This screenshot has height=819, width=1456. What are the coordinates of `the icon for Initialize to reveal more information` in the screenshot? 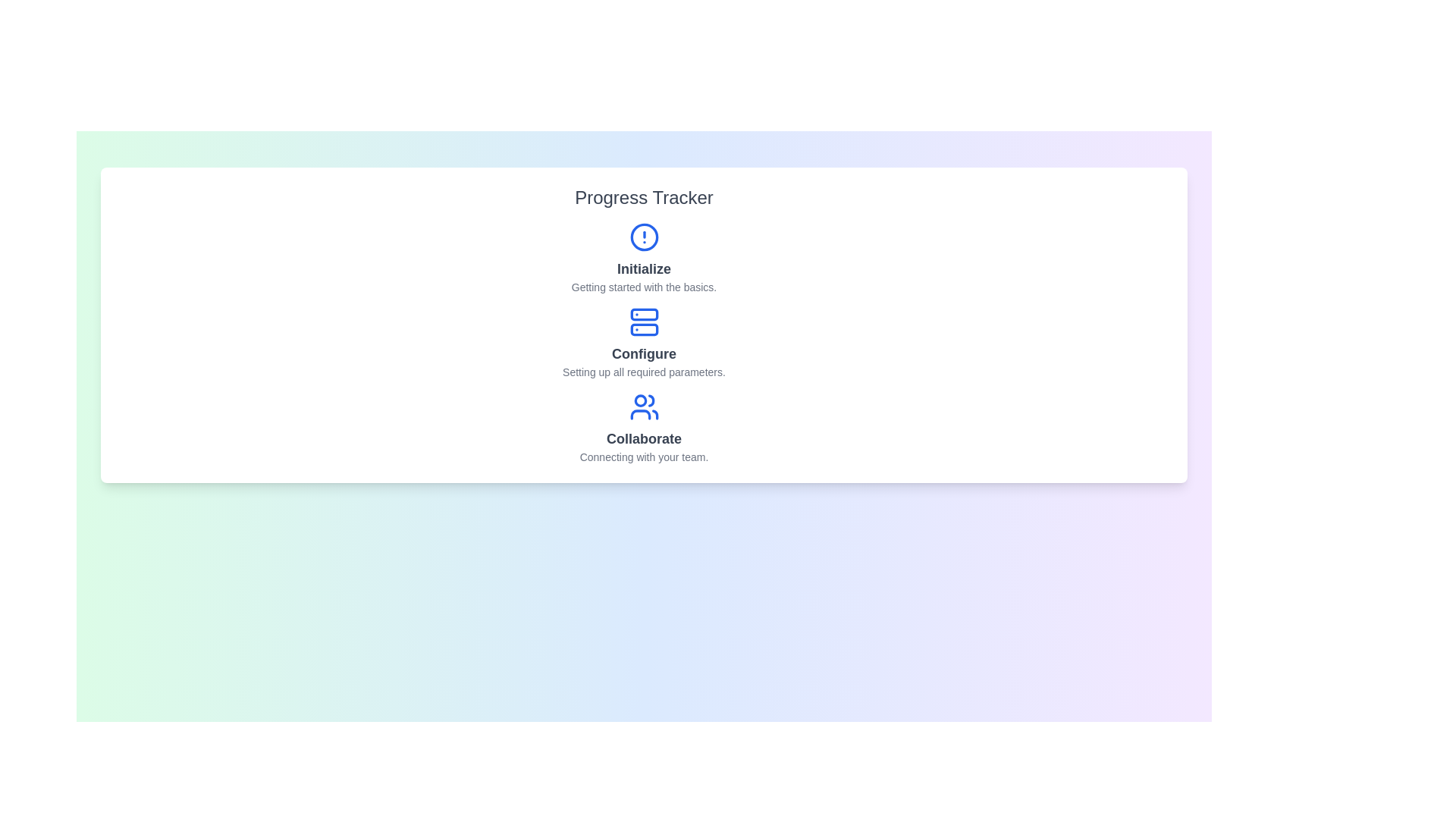 It's located at (644, 237).